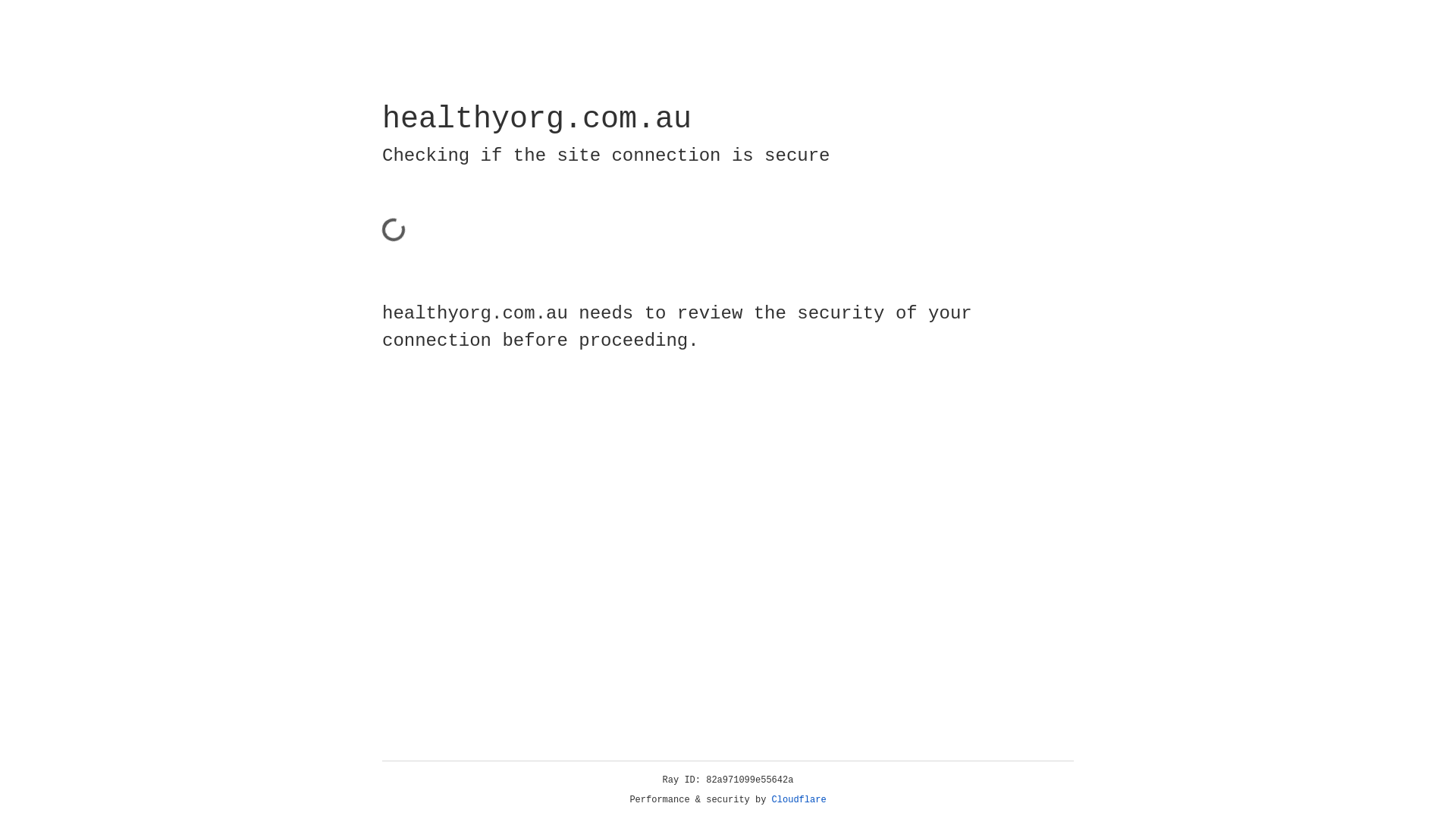 The image size is (1456, 819). Describe the element at coordinates (799, 799) in the screenshot. I see `'Cloudflare'` at that location.